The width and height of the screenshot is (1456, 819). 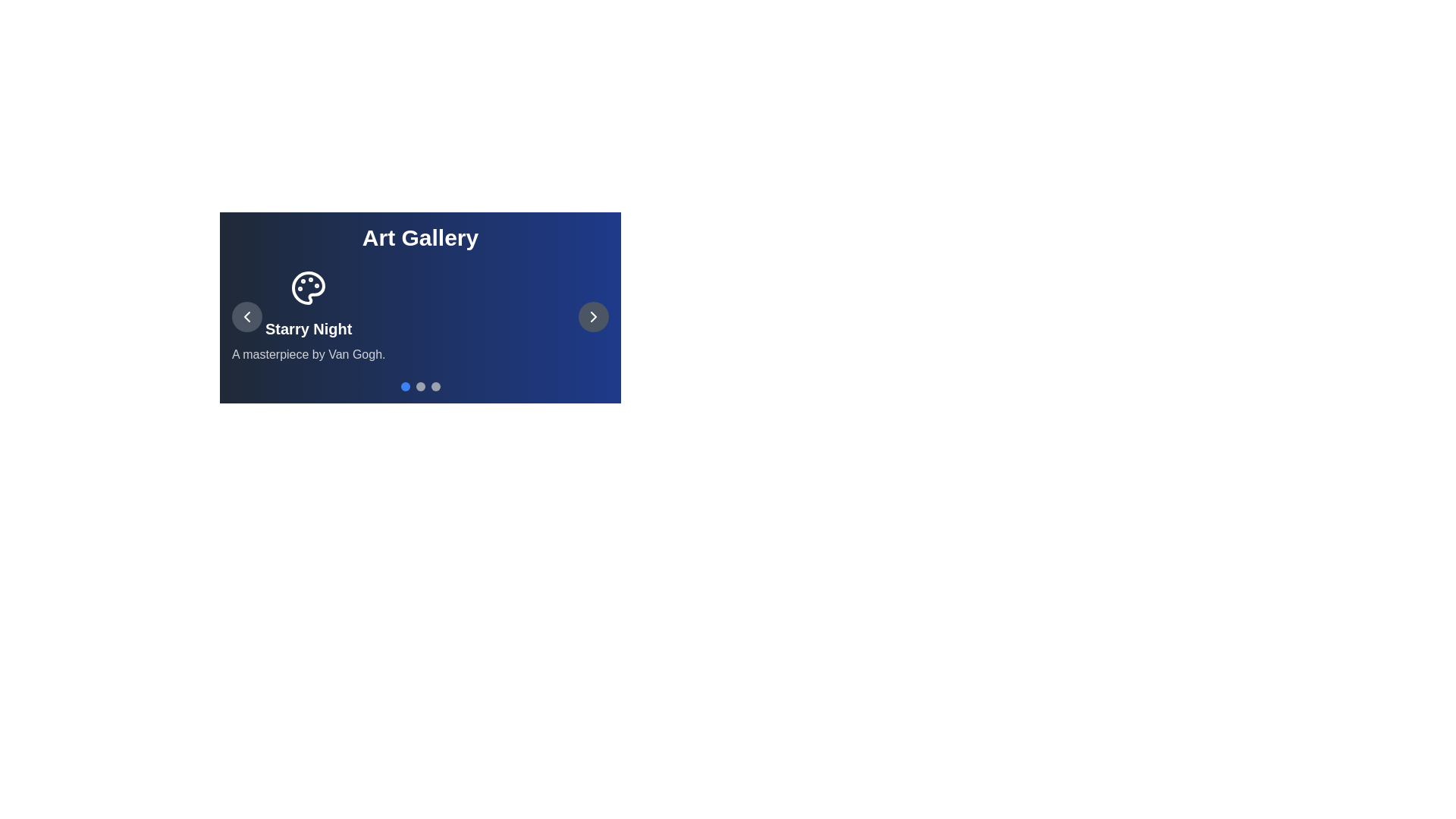 I want to click on the description text of the currently displayed artwork, so click(x=308, y=354).